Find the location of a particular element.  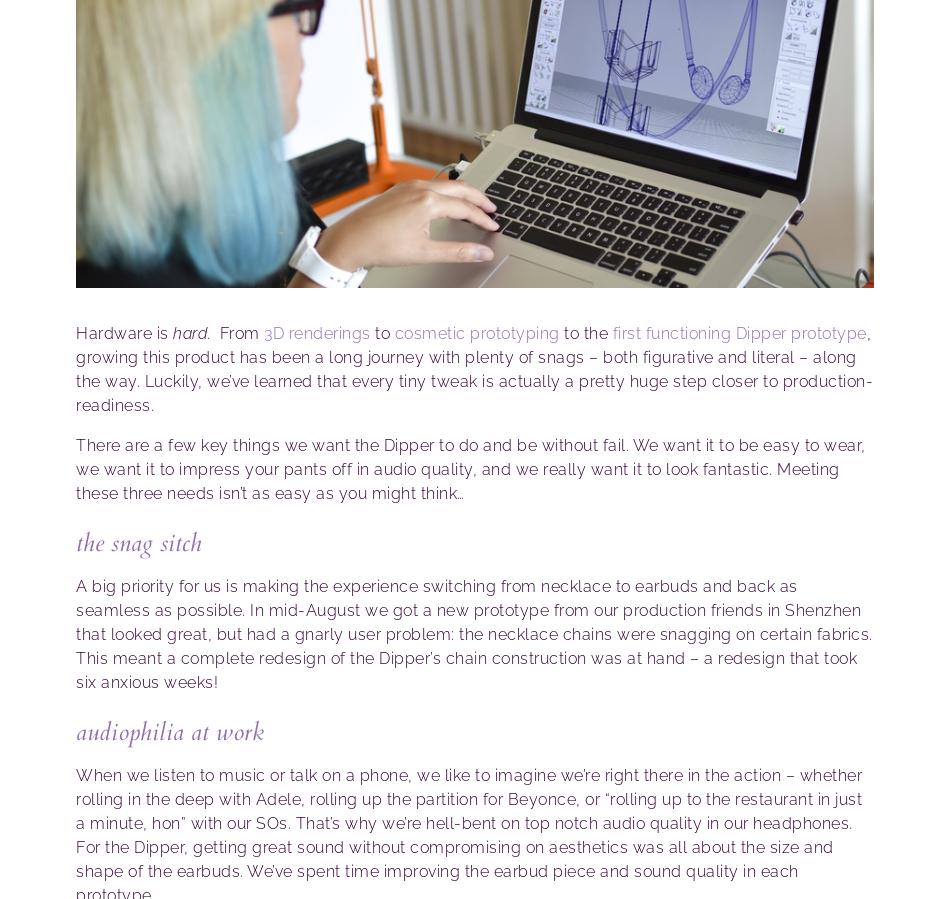

'The Snag Sitch' is located at coordinates (138, 543).